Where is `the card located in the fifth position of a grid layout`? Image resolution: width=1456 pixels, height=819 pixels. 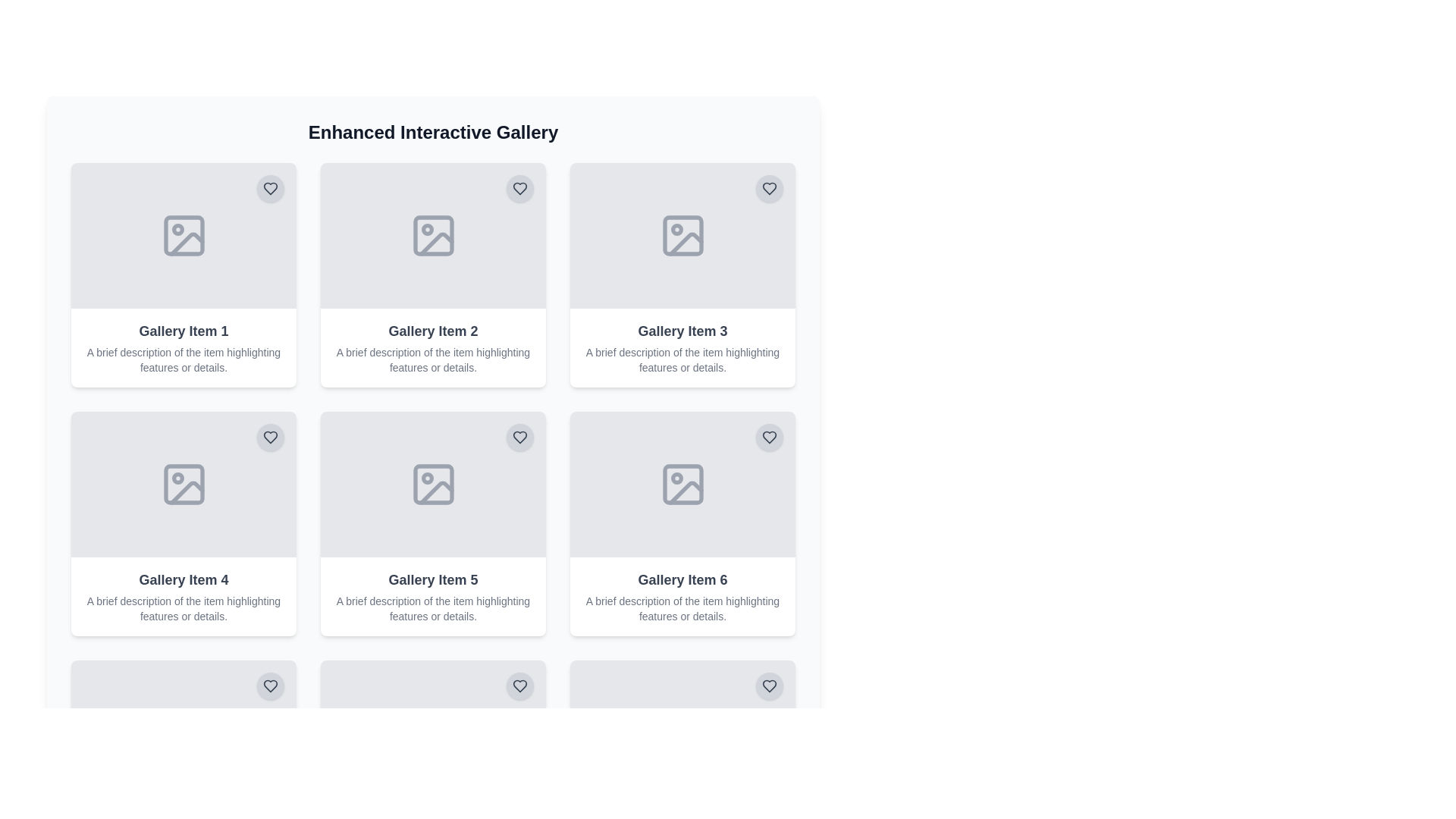 the card located in the fifth position of a grid layout is located at coordinates (432, 522).